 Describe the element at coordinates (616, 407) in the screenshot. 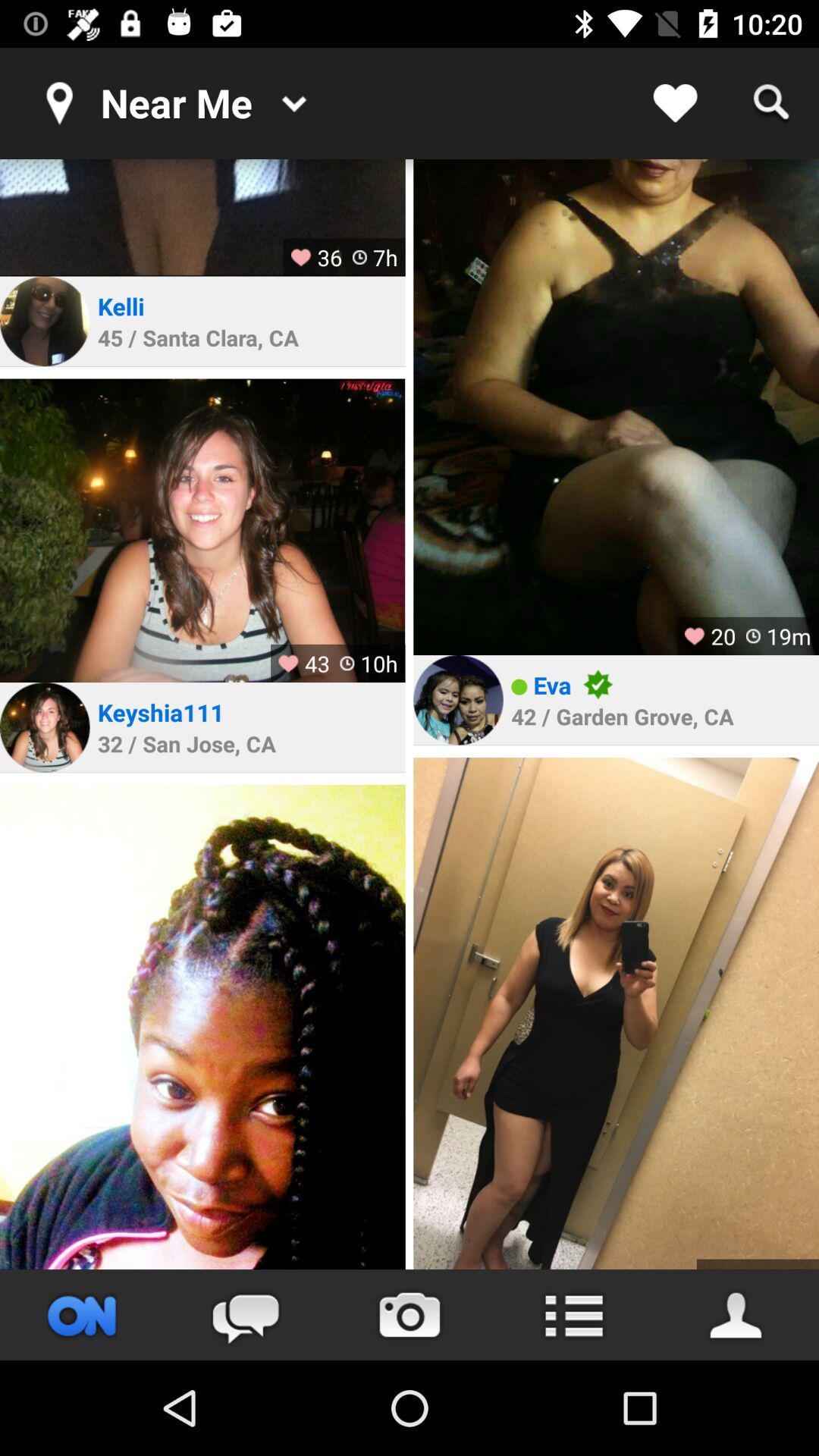

I see `click on the image` at that location.